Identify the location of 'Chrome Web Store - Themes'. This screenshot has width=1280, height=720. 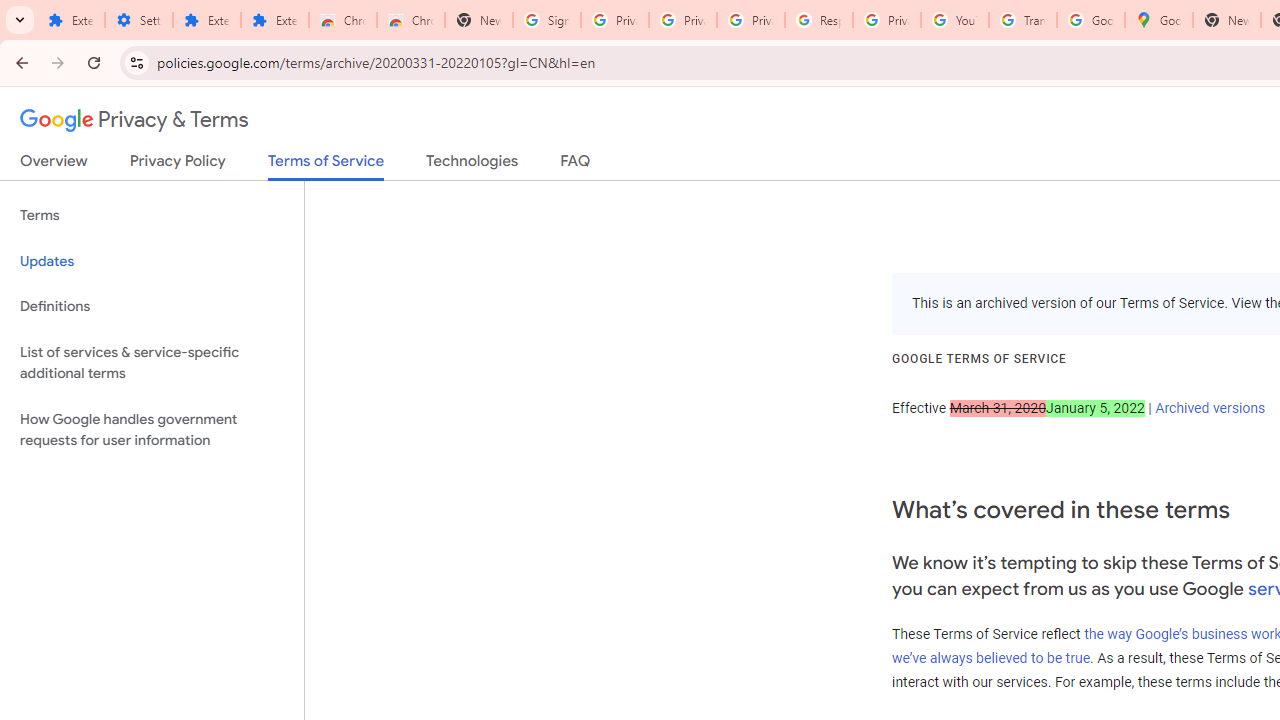
(410, 20).